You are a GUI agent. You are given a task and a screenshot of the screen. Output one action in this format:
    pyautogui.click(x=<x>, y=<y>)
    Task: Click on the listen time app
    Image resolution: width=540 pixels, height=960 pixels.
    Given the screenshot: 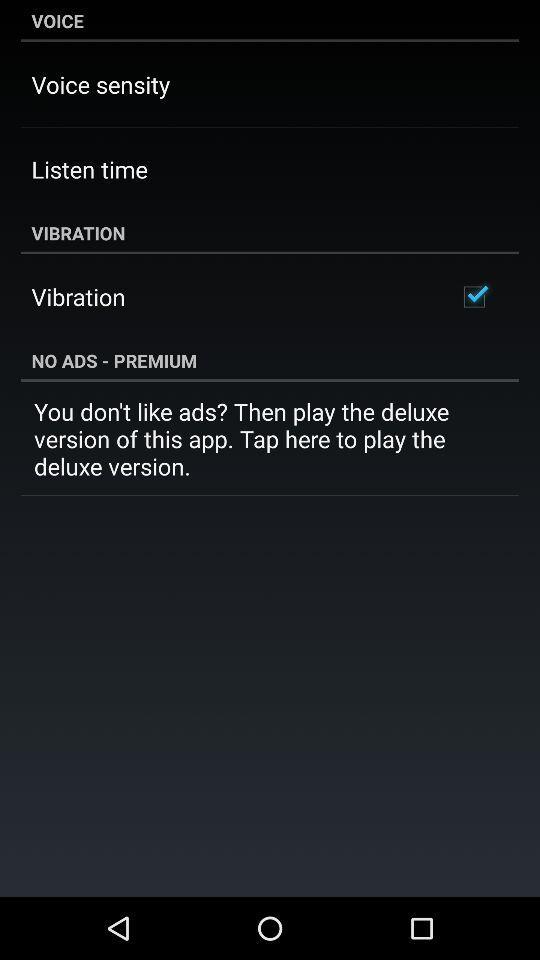 What is the action you would take?
    pyautogui.click(x=88, y=168)
    